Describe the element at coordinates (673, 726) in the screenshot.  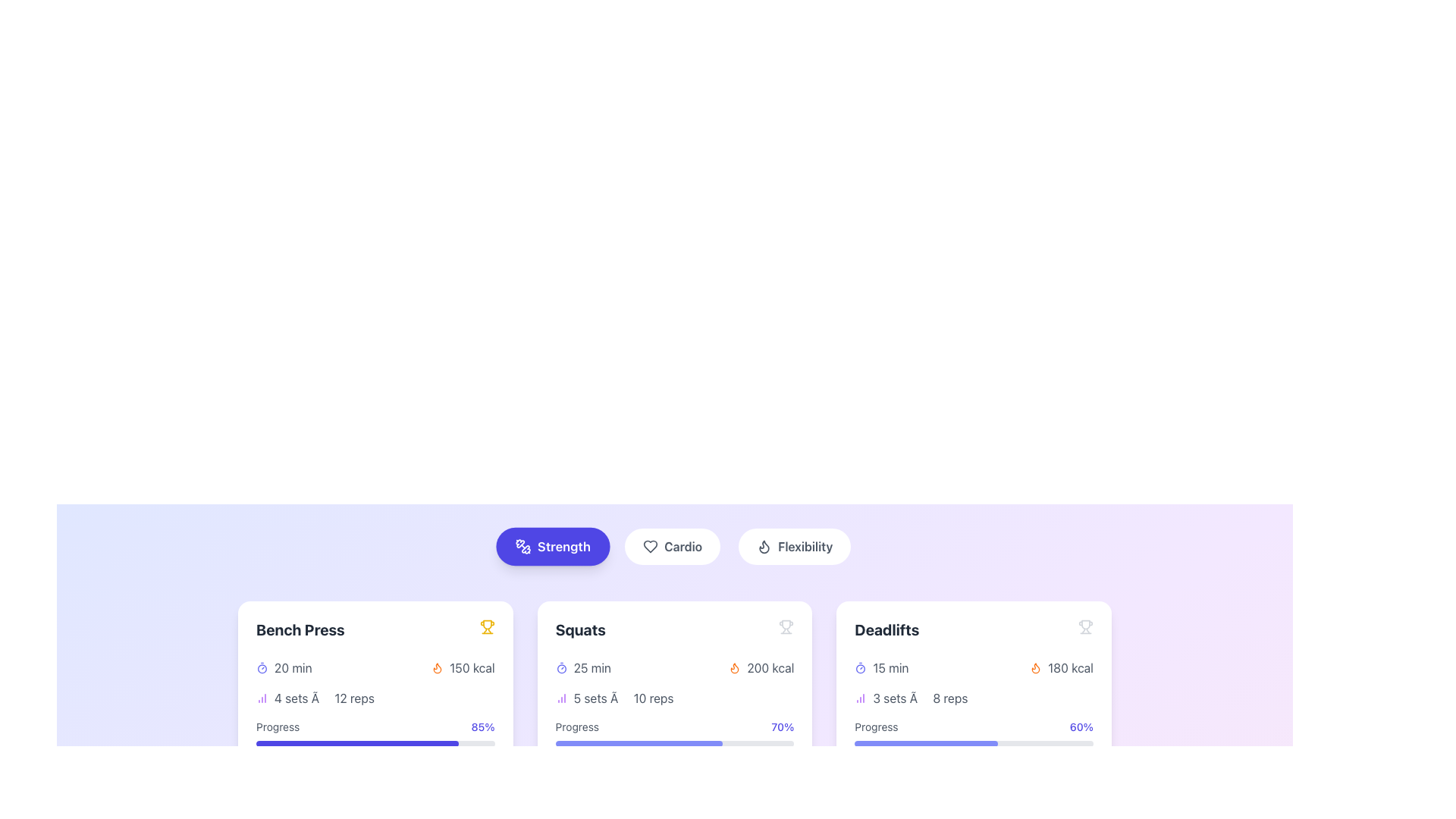
I see `the progress percentage indicator in the 'Squats' exercise card, which is located centrally at the lower part of the card, just above the progress bar` at that location.